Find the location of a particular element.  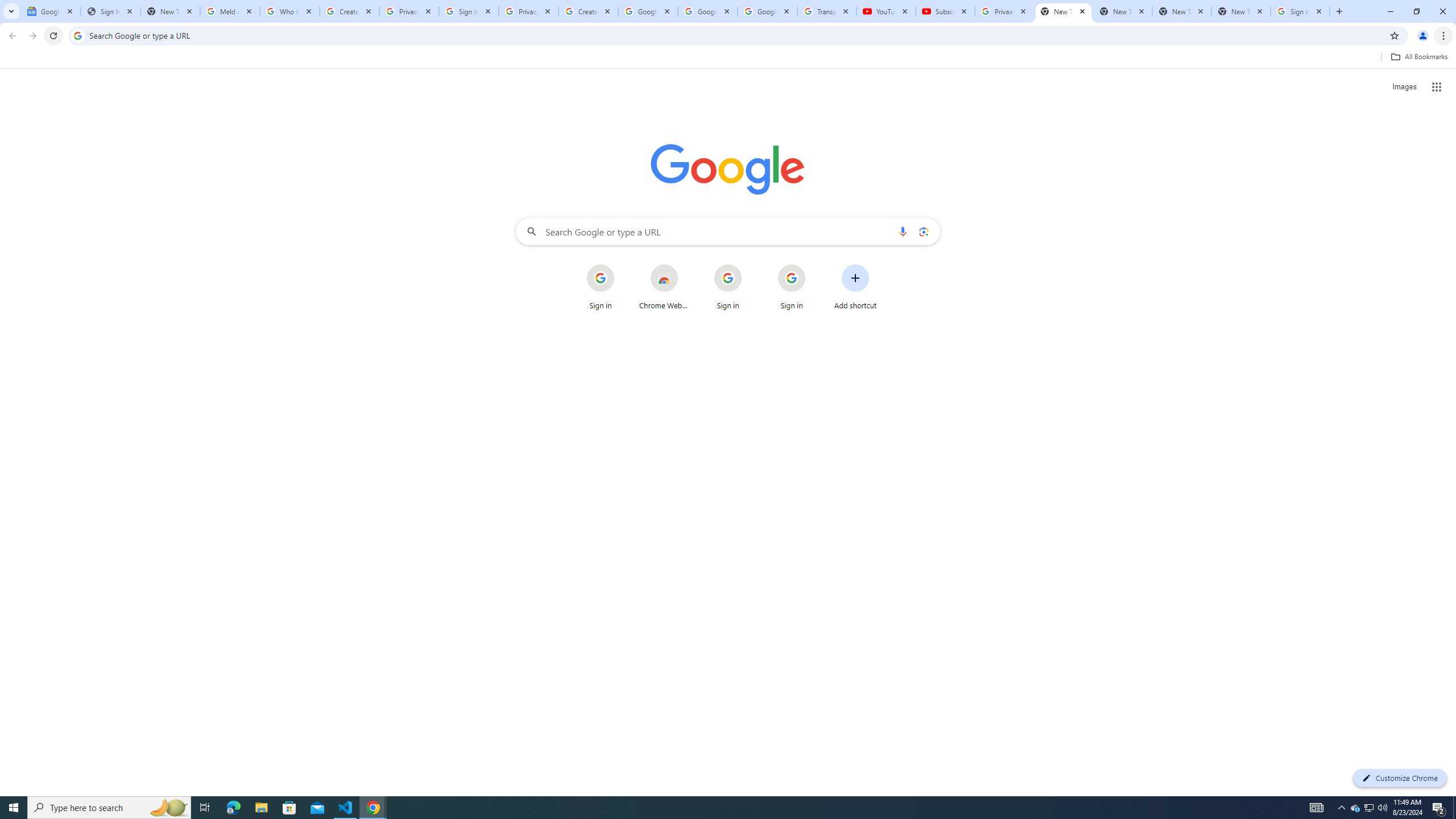

'Chrome Web Store' is located at coordinates (663, 287).